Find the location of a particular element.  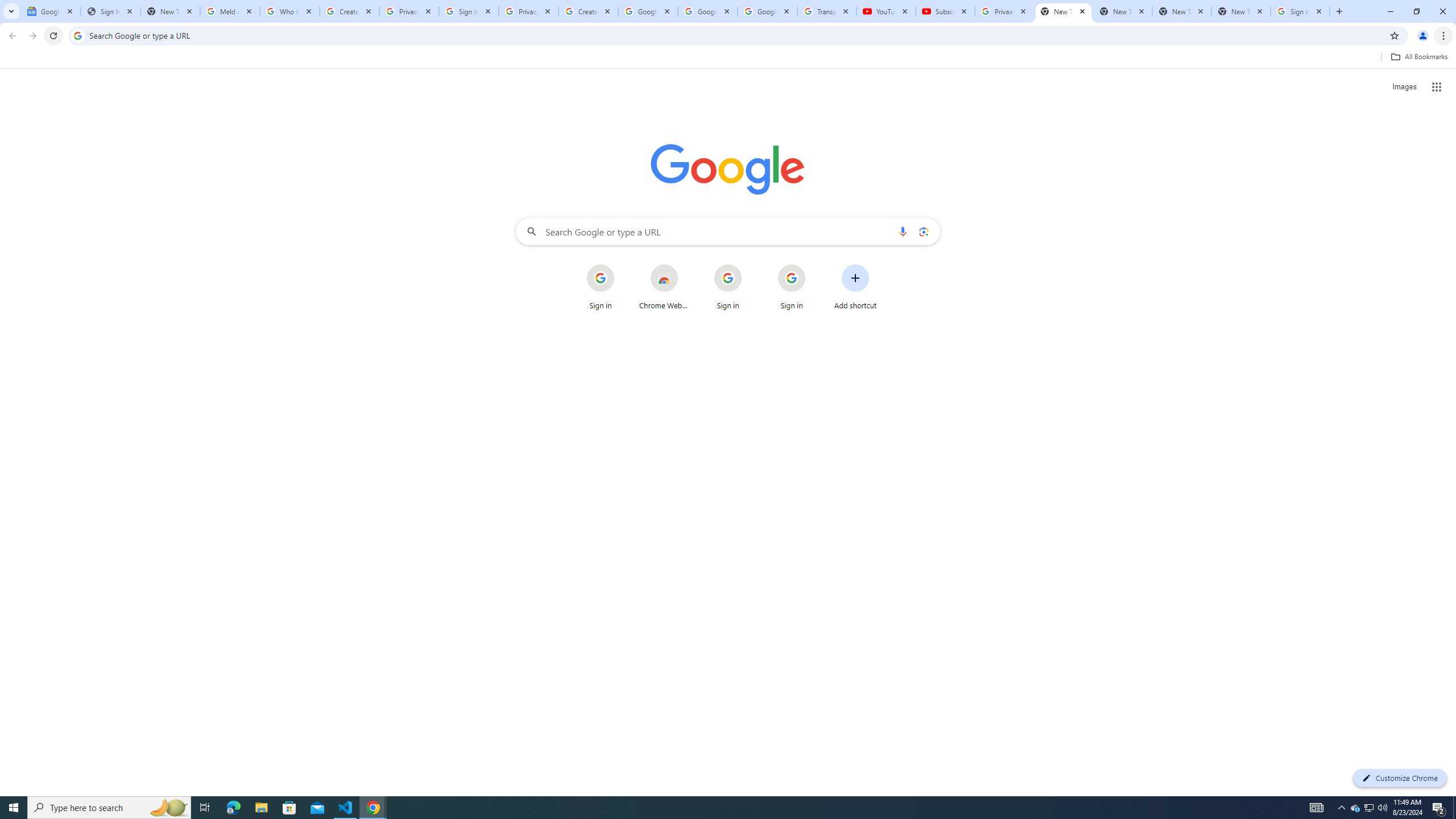

'Chrome Web Store' is located at coordinates (663, 287).